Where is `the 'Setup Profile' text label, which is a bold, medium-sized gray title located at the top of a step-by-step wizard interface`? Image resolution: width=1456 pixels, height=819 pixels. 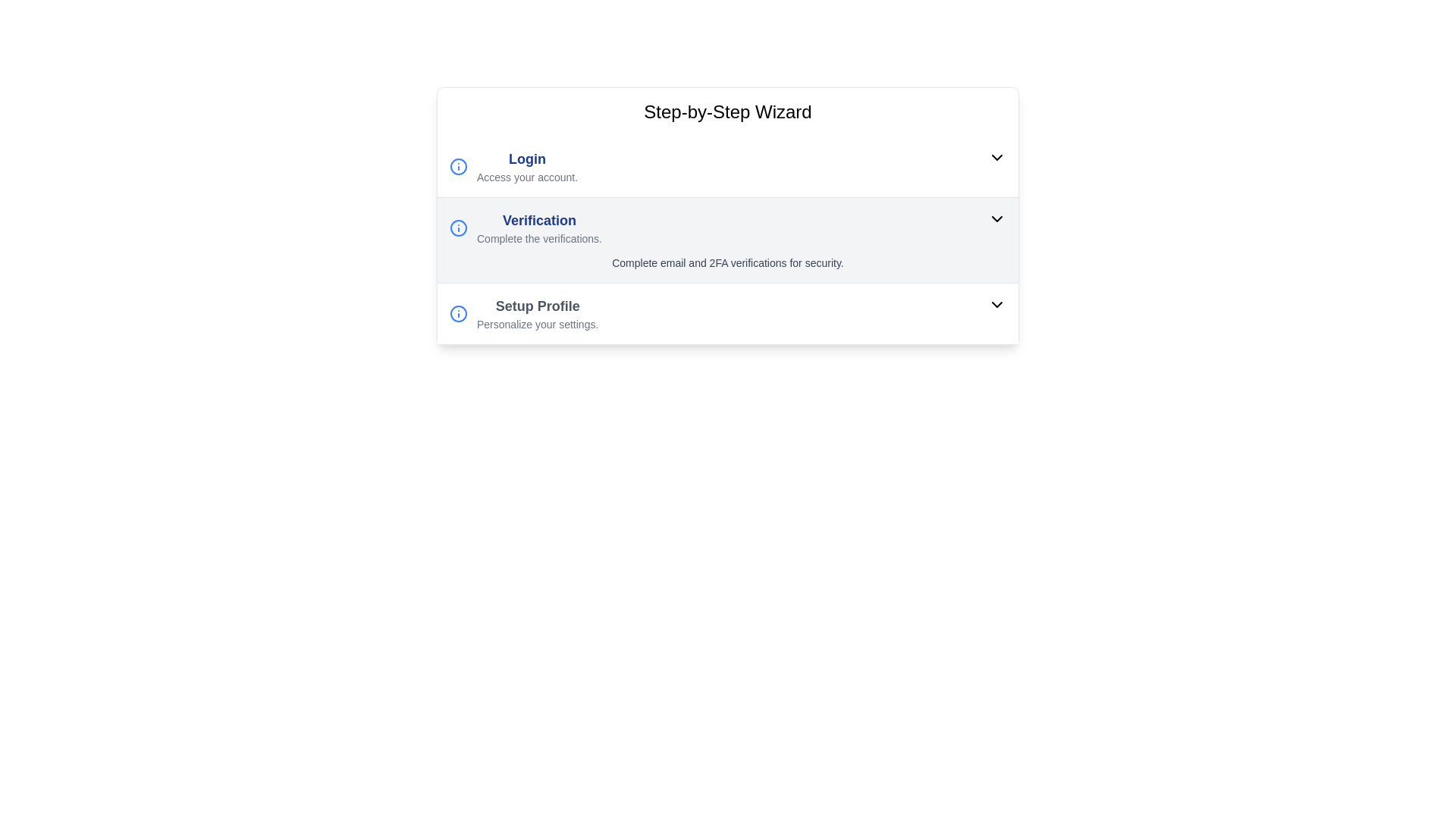
the 'Setup Profile' text label, which is a bold, medium-sized gray title located at the top of a step-by-step wizard interface is located at coordinates (538, 306).